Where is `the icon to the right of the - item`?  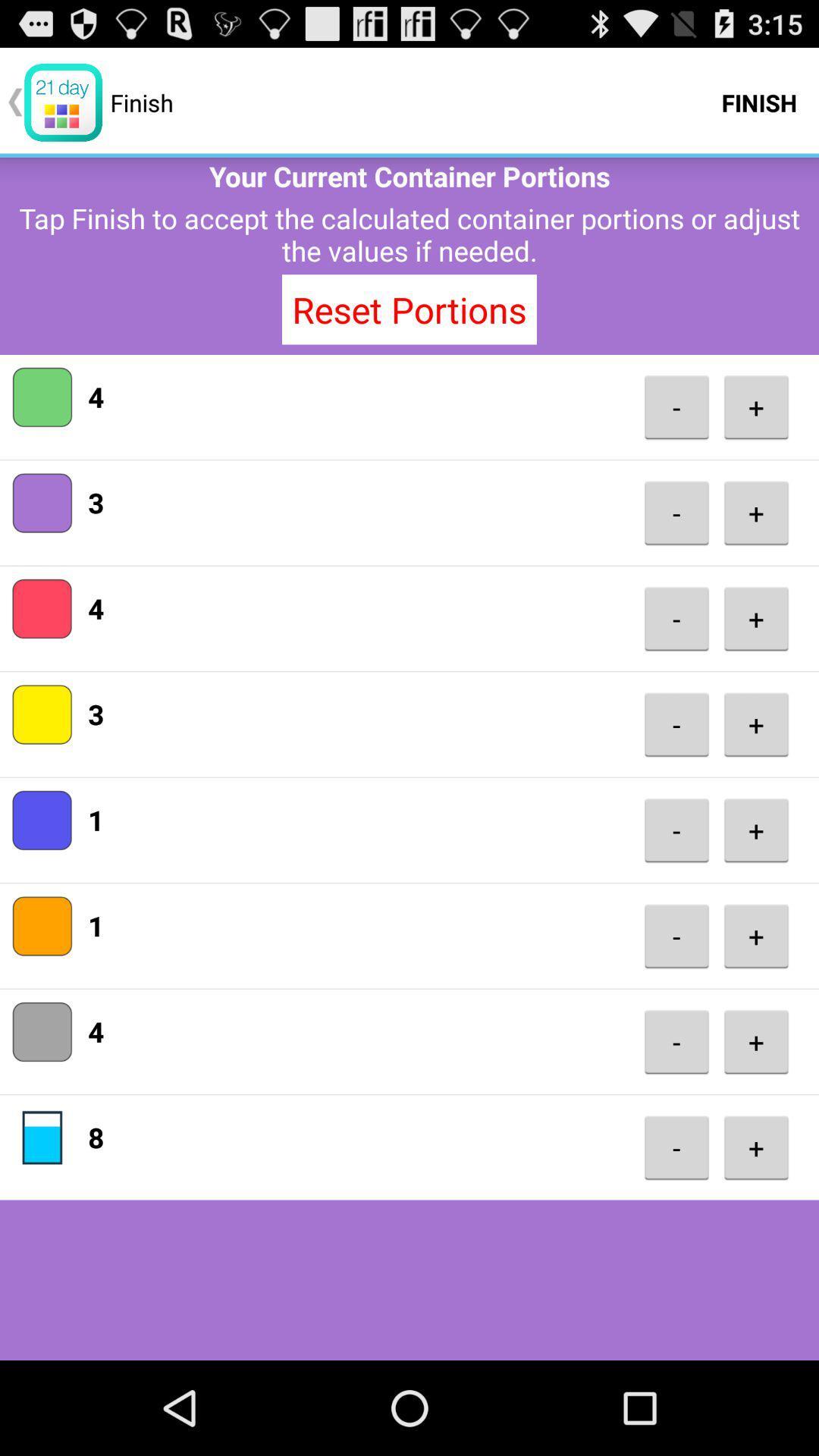 the icon to the right of the - item is located at coordinates (756, 1040).